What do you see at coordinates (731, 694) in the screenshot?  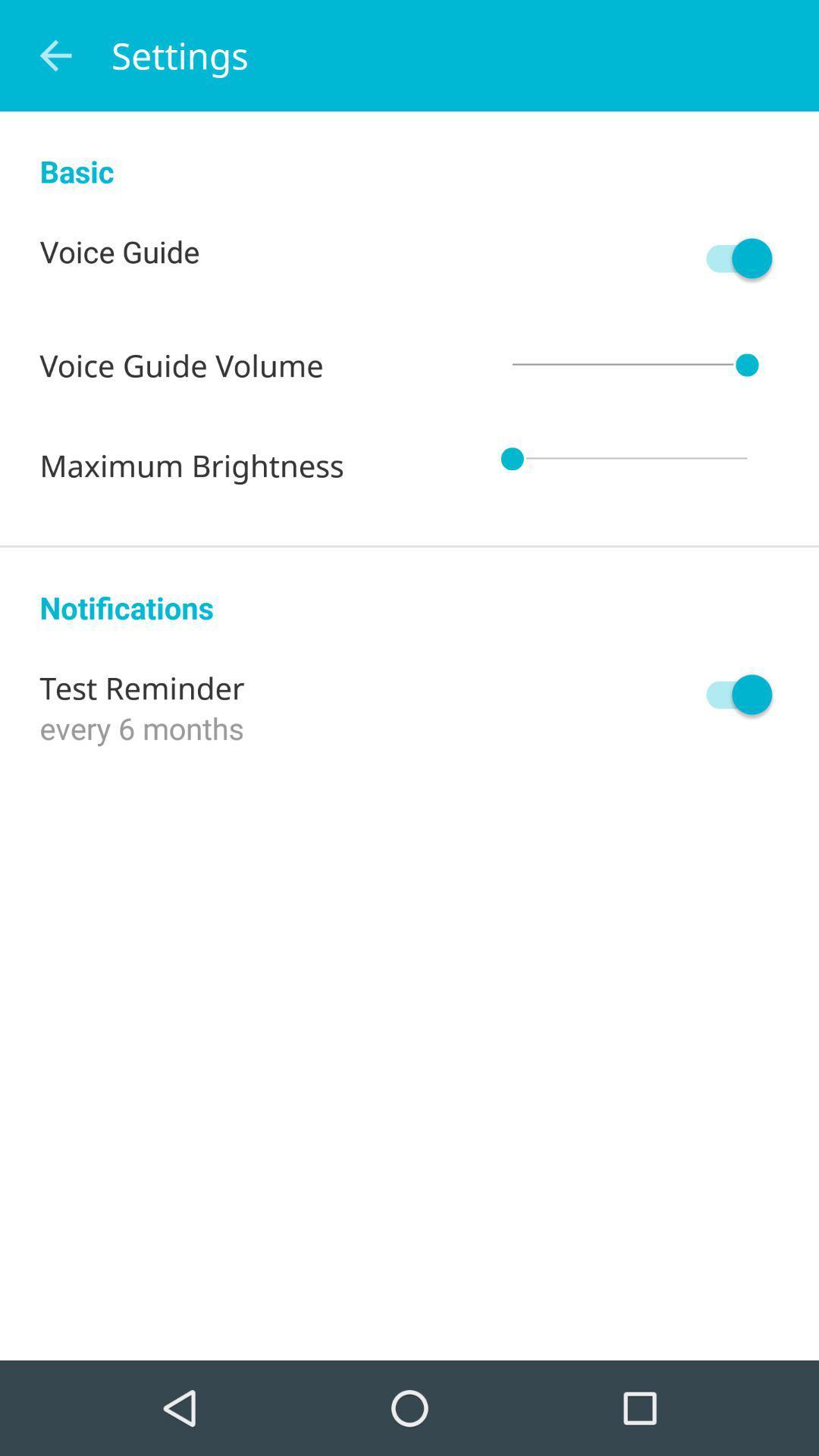 I see `icon to the right of test reminder` at bounding box center [731, 694].